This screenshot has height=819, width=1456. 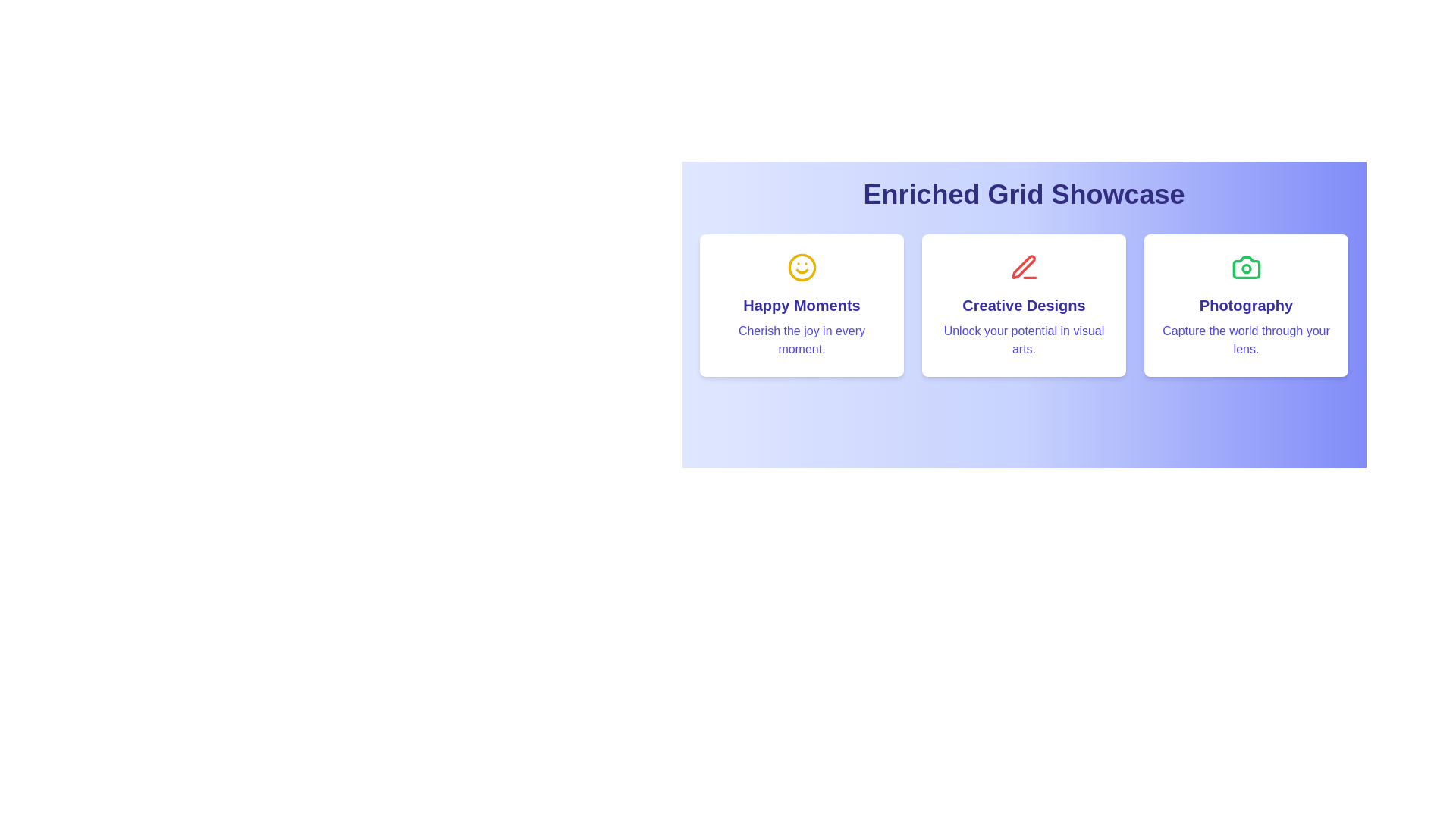 What do you see at coordinates (1024, 305) in the screenshot?
I see `on the Card element in the grid layout` at bounding box center [1024, 305].